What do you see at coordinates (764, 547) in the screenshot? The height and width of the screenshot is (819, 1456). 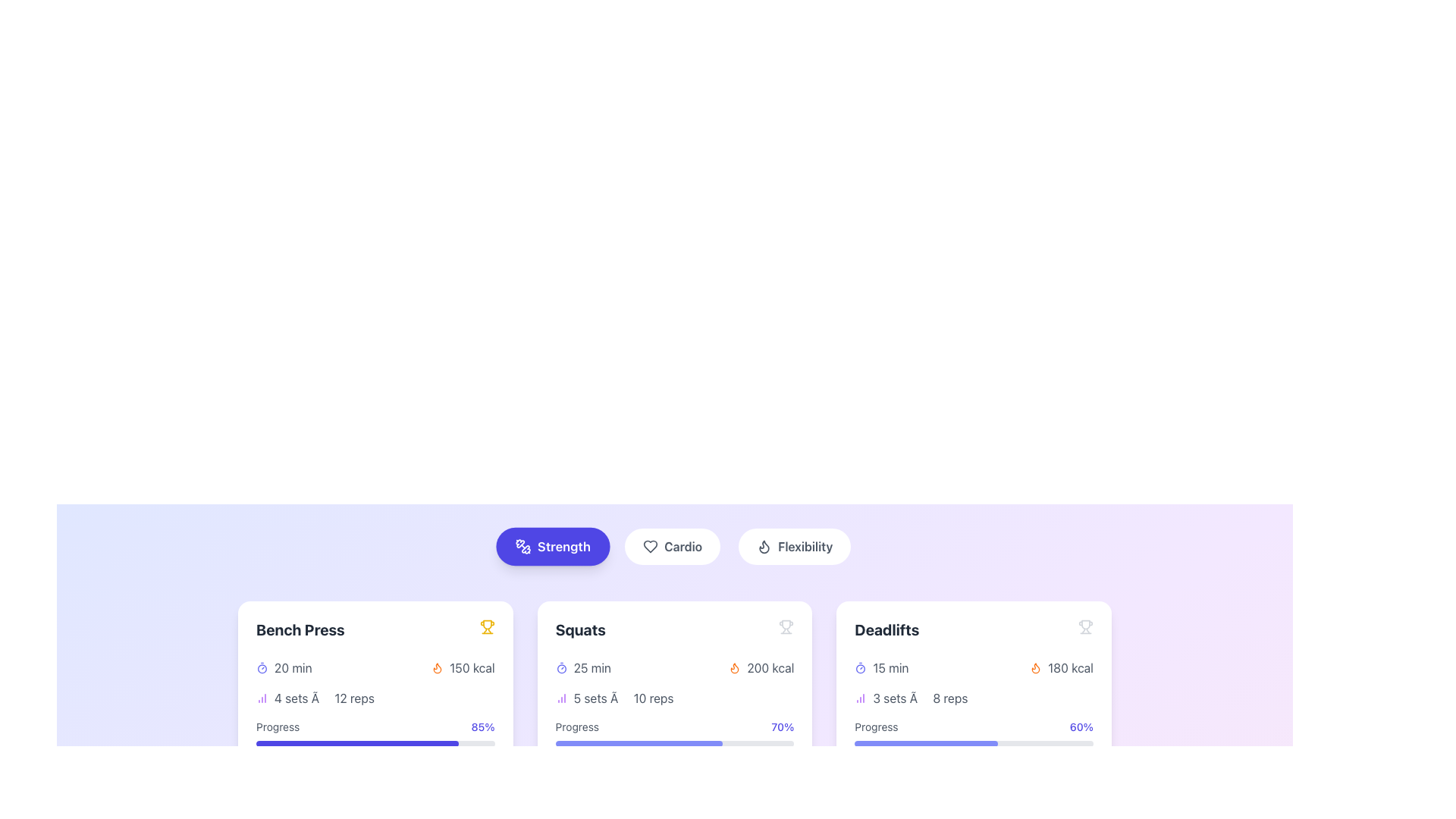 I see `the energy or calories icon located within the 'Flexibility' button's icon area in the top center section of the interface` at bounding box center [764, 547].